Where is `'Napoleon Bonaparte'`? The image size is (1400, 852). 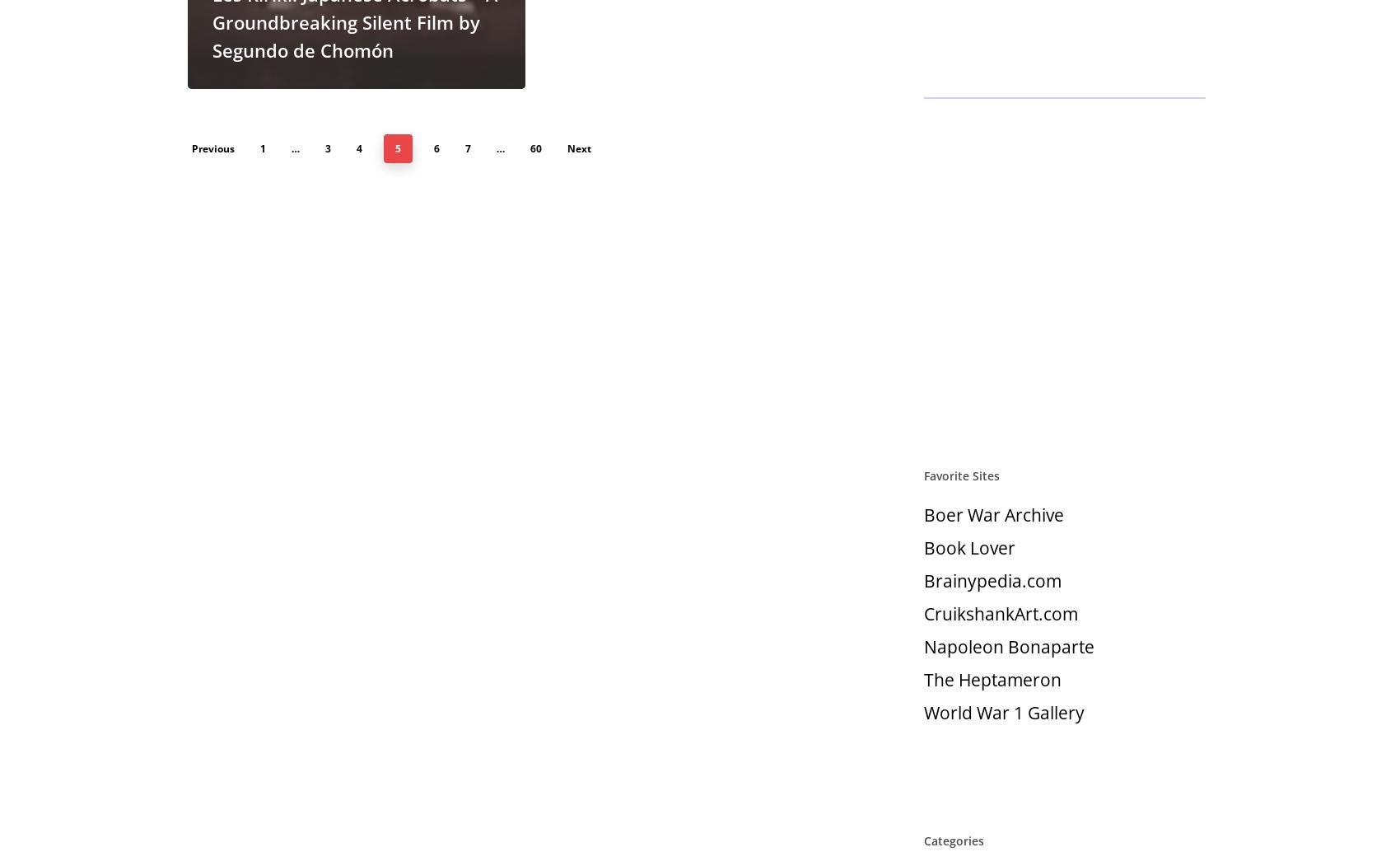
'Napoleon Bonaparte' is located at coordinates (1008, 646).